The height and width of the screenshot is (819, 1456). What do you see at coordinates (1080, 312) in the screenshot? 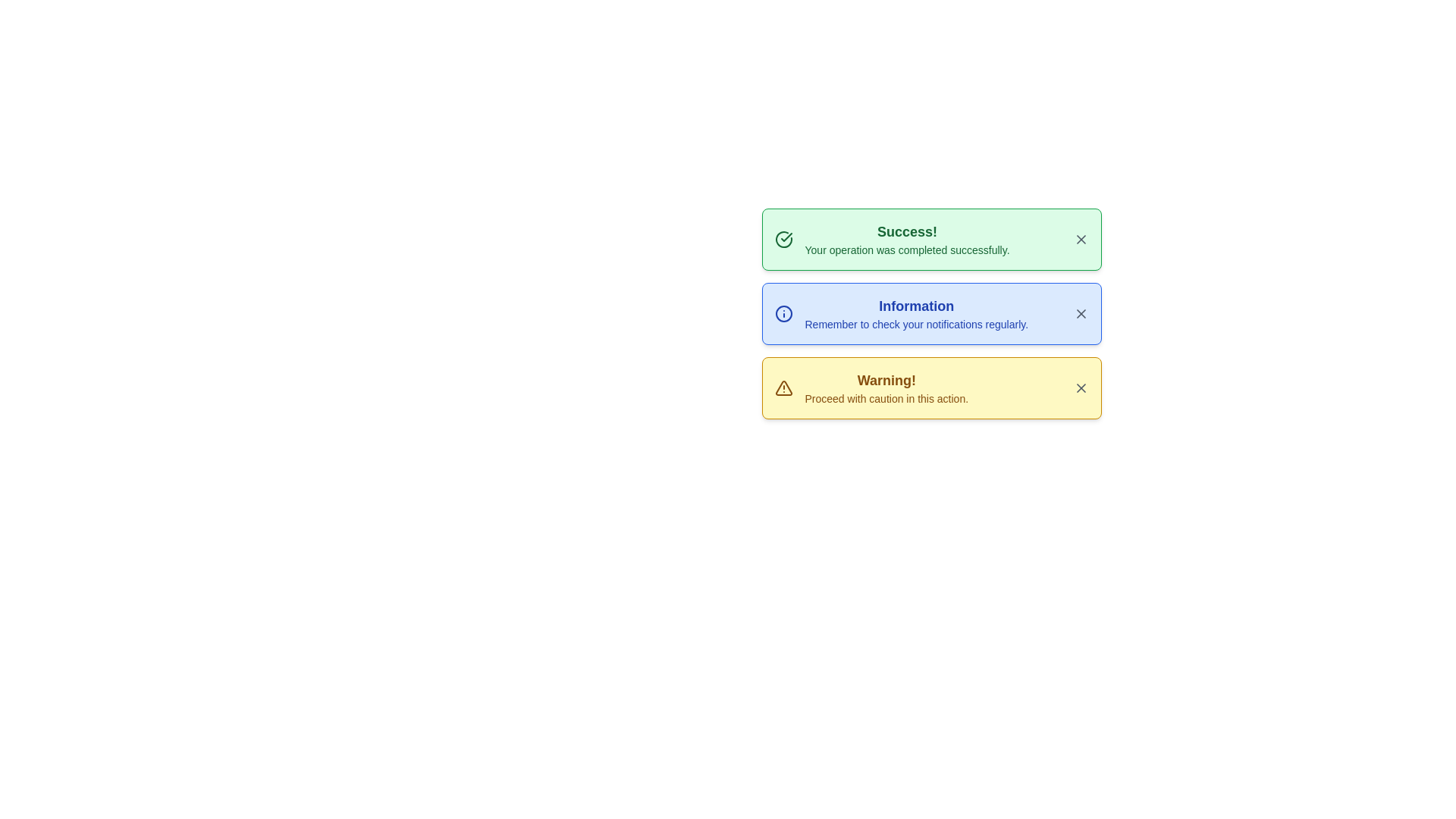
I see `the close button in the blue notification bar labeled 'Information Remember to check your notifications regularly' to change its color` at bounding box center [1080, 312].